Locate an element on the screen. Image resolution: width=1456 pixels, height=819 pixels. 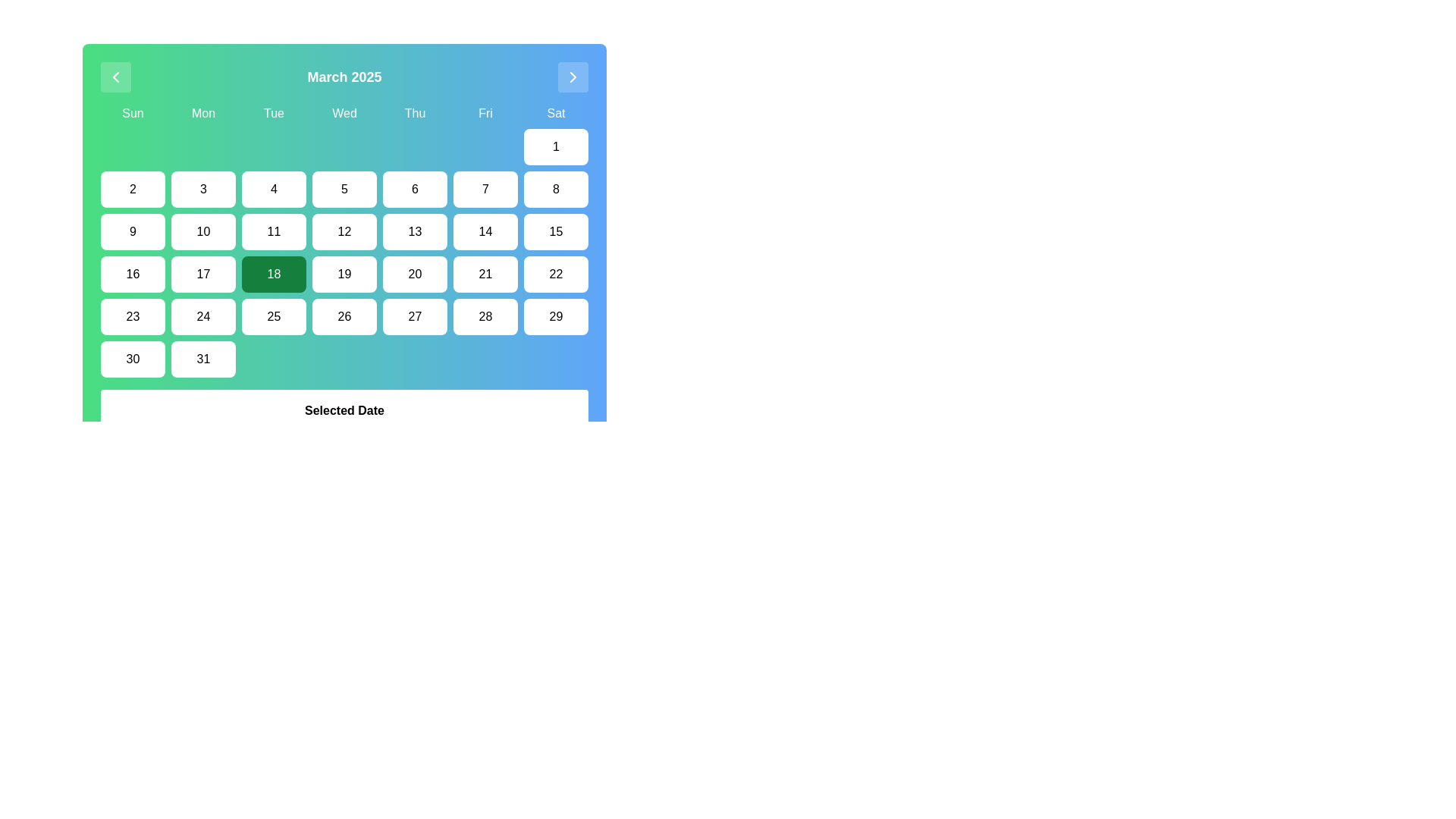
the rectangular button with rounded corners and white background that displays the text '13' is located at coordinates (415, 231).